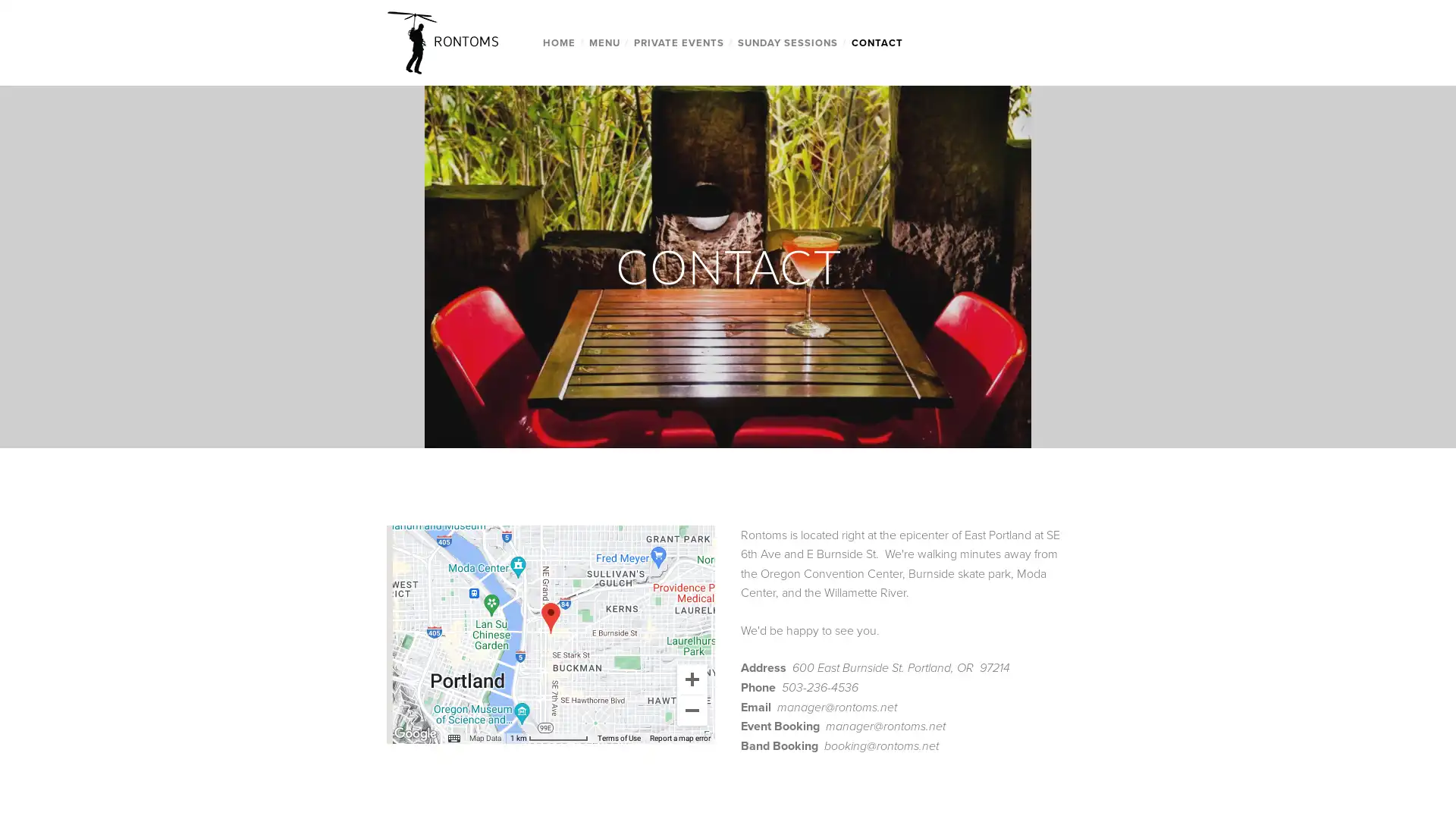 The height and width of the screenshot is (819, 1456). What do you see at coordinates (549, 617) in the screenshot?
I see `600 East Burnside Street Portland, OR, 97214, United States` at bounding box center [549, 617].